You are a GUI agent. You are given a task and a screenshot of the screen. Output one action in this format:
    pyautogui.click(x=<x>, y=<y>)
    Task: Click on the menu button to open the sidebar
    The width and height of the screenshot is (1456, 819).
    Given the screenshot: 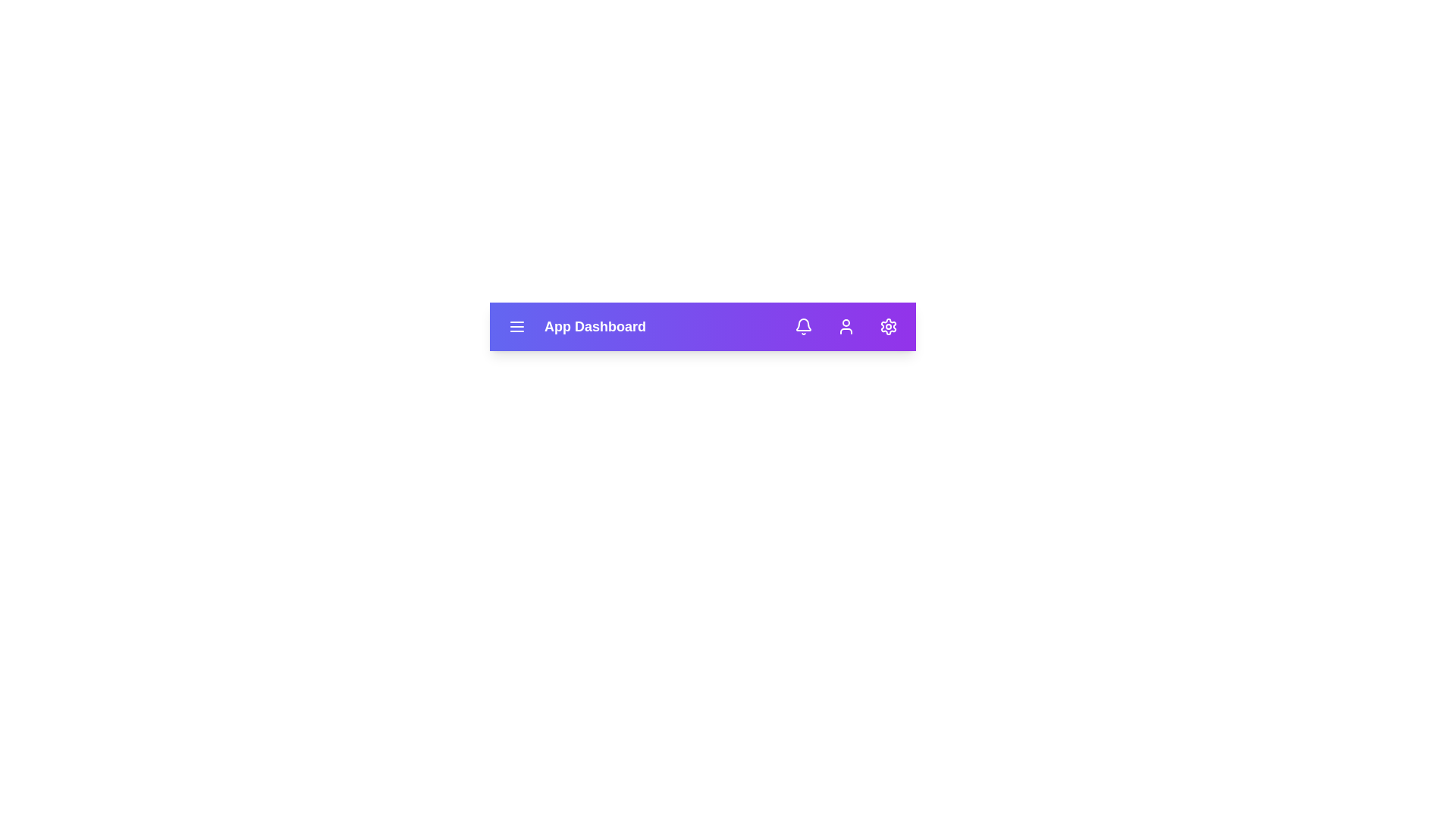 What is the action you would take?
    pyautogui.click(x=516, y=326)
    